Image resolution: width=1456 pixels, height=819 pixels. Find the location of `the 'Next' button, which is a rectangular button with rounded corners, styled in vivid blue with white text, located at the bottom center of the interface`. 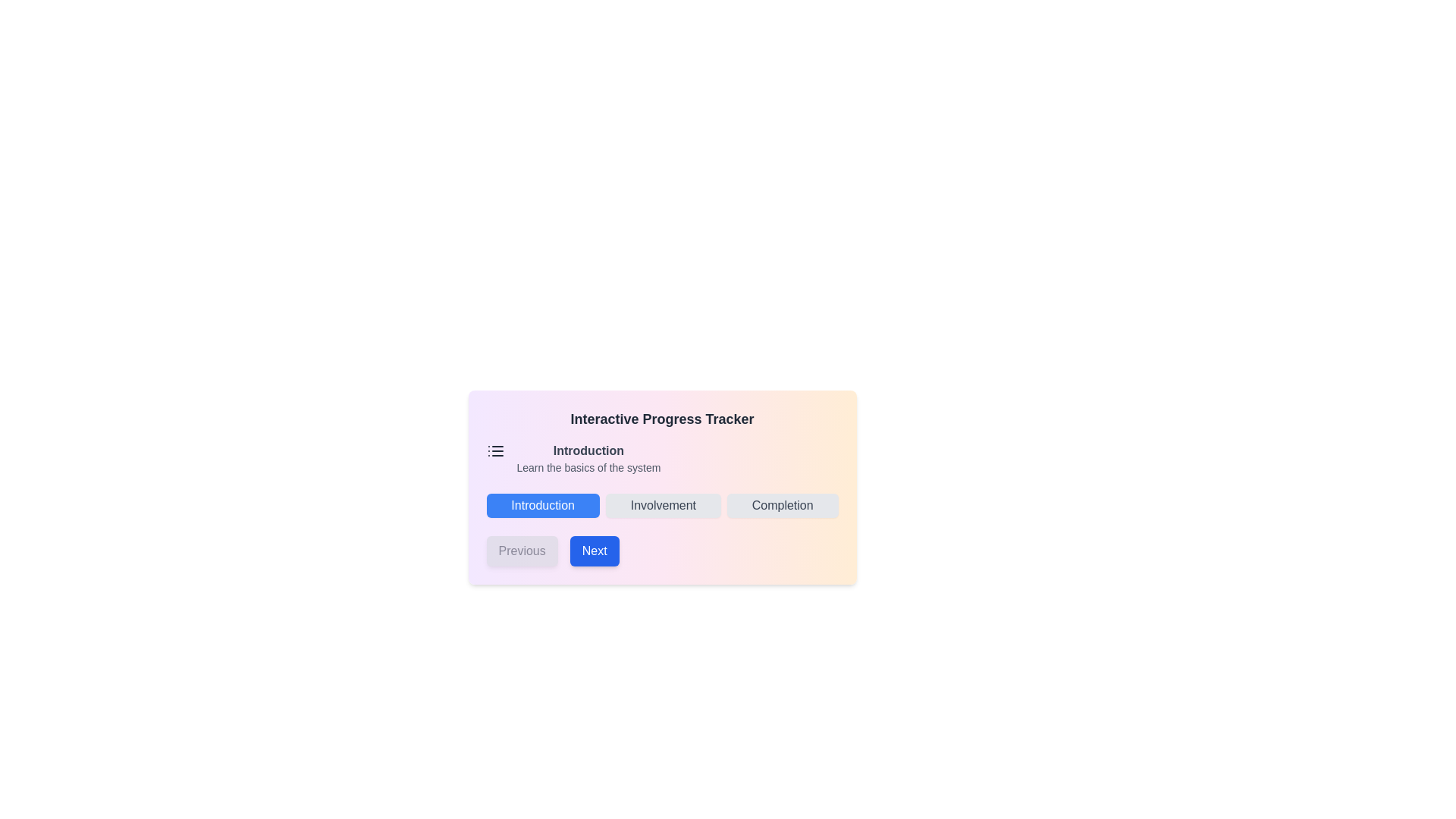

the 'Next' button, which is a rectangular button with rounded corners, styled in vivid blue with white text, located at the bottom center of the interface is located at coordinates (594, 551).